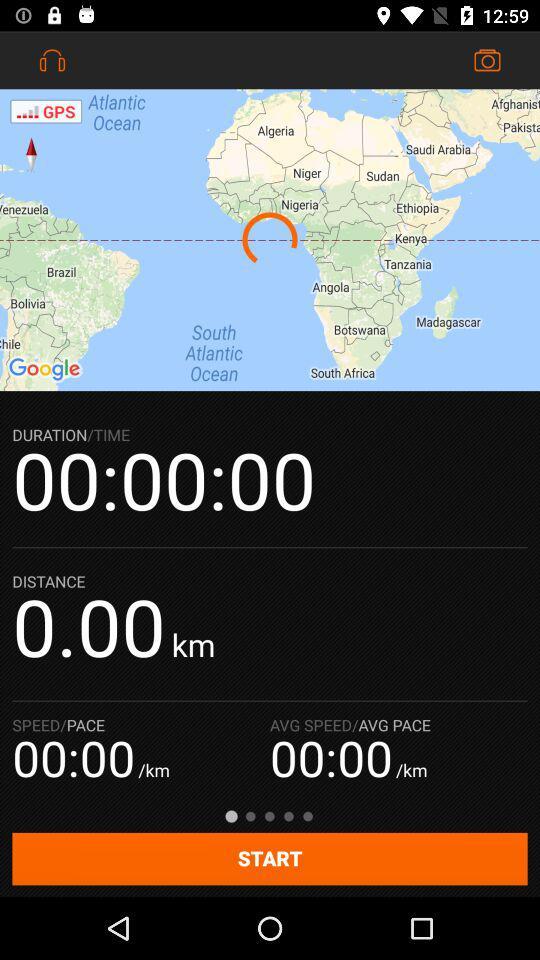 This screenshot has width=540, height=960. What do you see at coordinates (270, 858) in the screenshot?
I see `start icon` at bounding box center [270, 858].